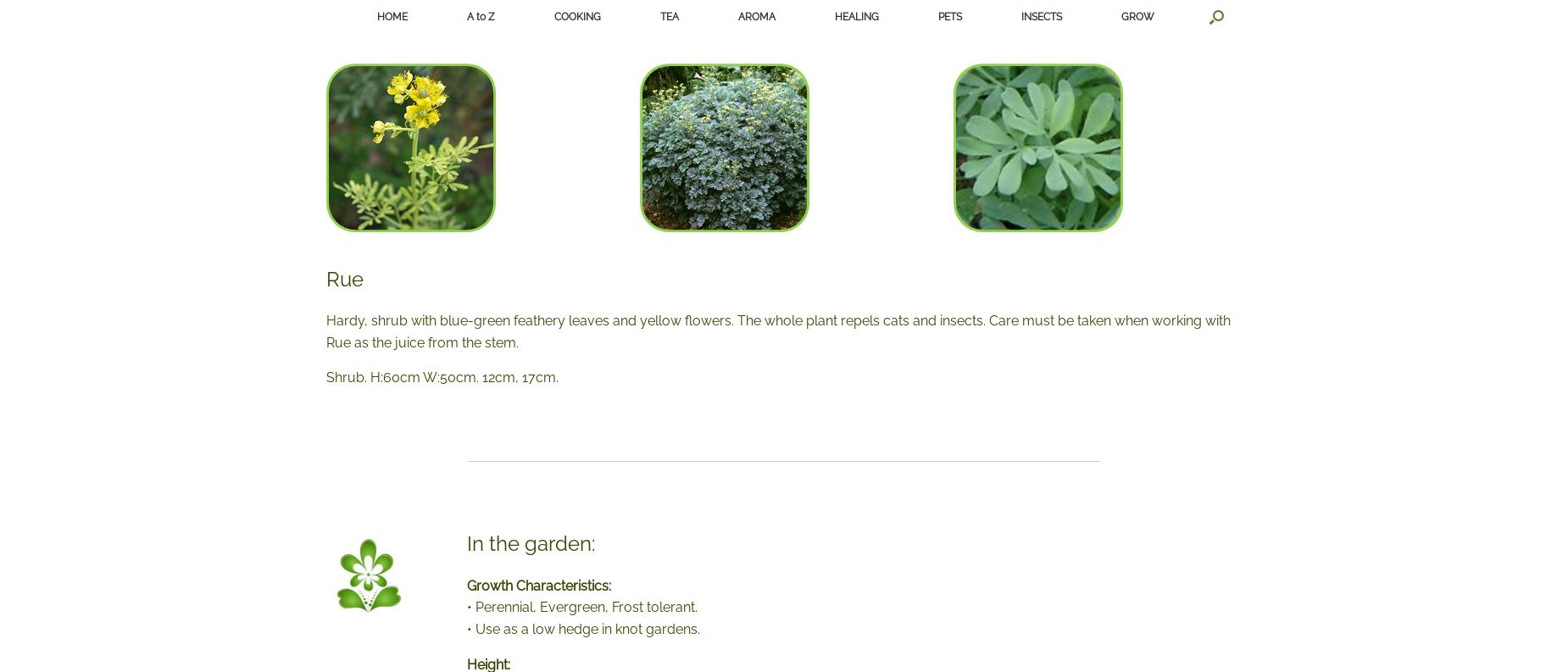  Describe the element at coordinates (1040, 15) in the screenshot. I see `'INSECTS'` at that location.